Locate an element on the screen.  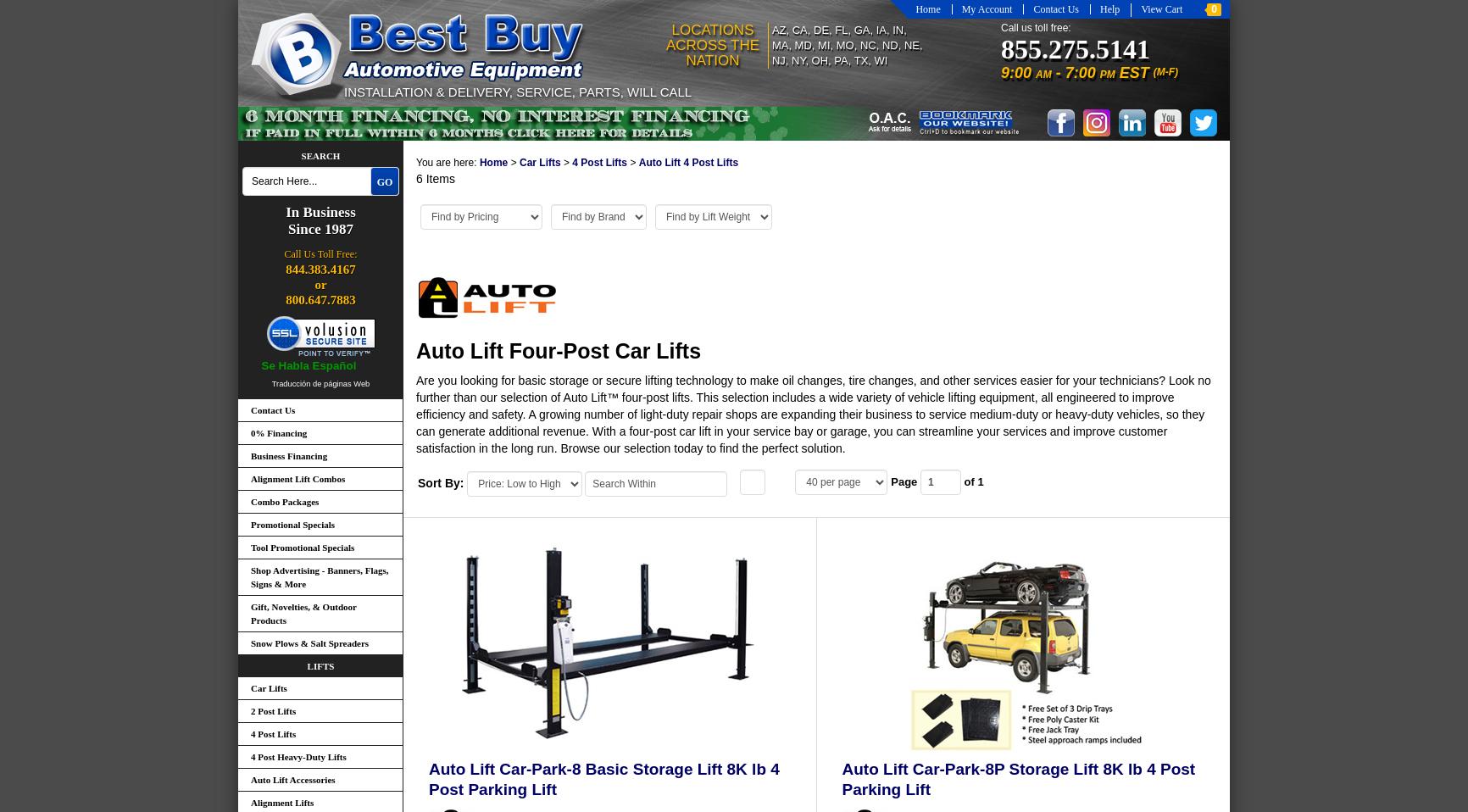
'4 Post Heavy-Duty Lifts' is located at coordinates (297, 757).